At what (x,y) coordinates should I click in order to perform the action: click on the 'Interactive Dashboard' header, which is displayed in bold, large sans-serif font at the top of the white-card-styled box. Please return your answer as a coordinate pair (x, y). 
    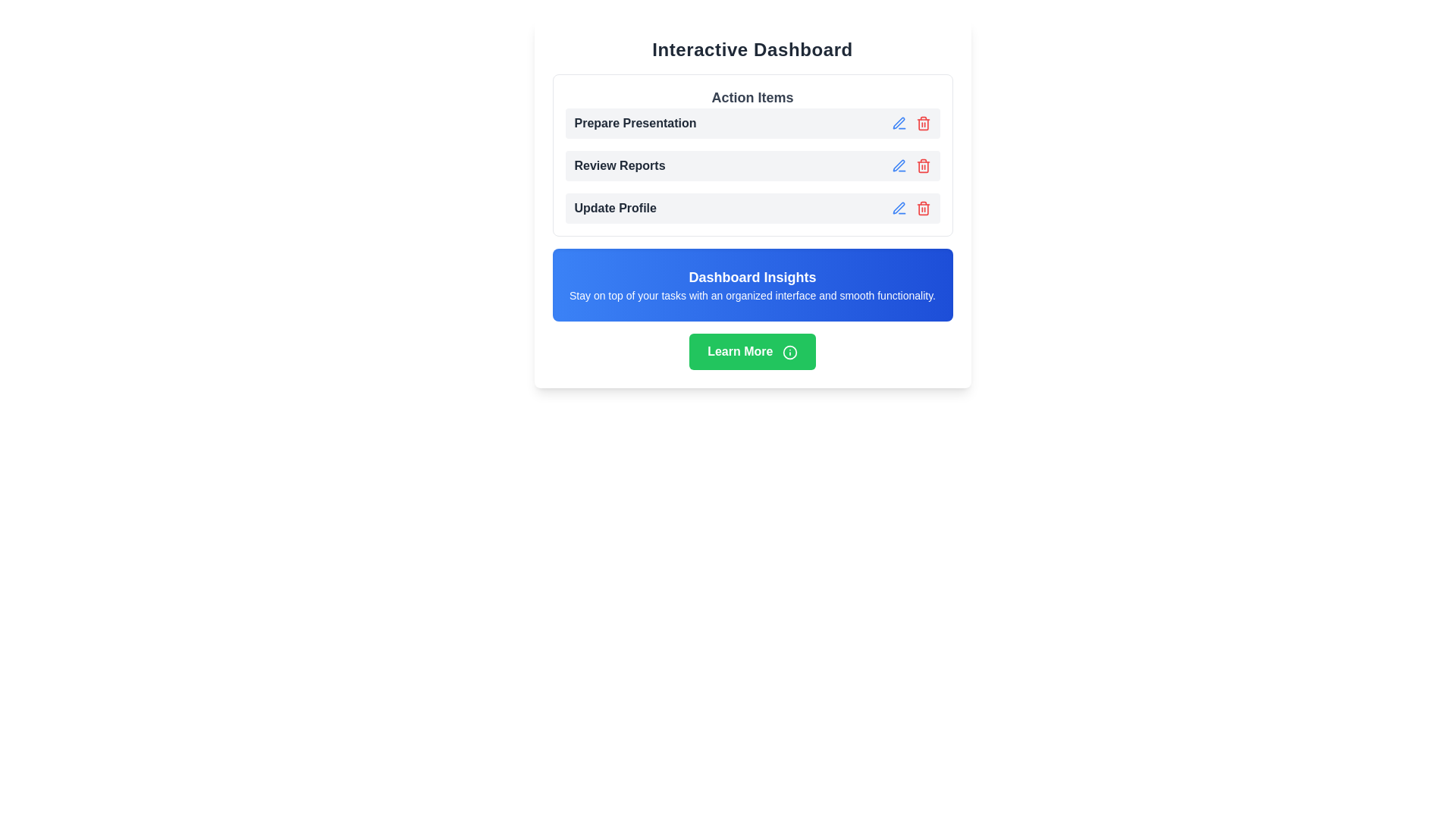
    Looking at the image, I should click on (752, 49).